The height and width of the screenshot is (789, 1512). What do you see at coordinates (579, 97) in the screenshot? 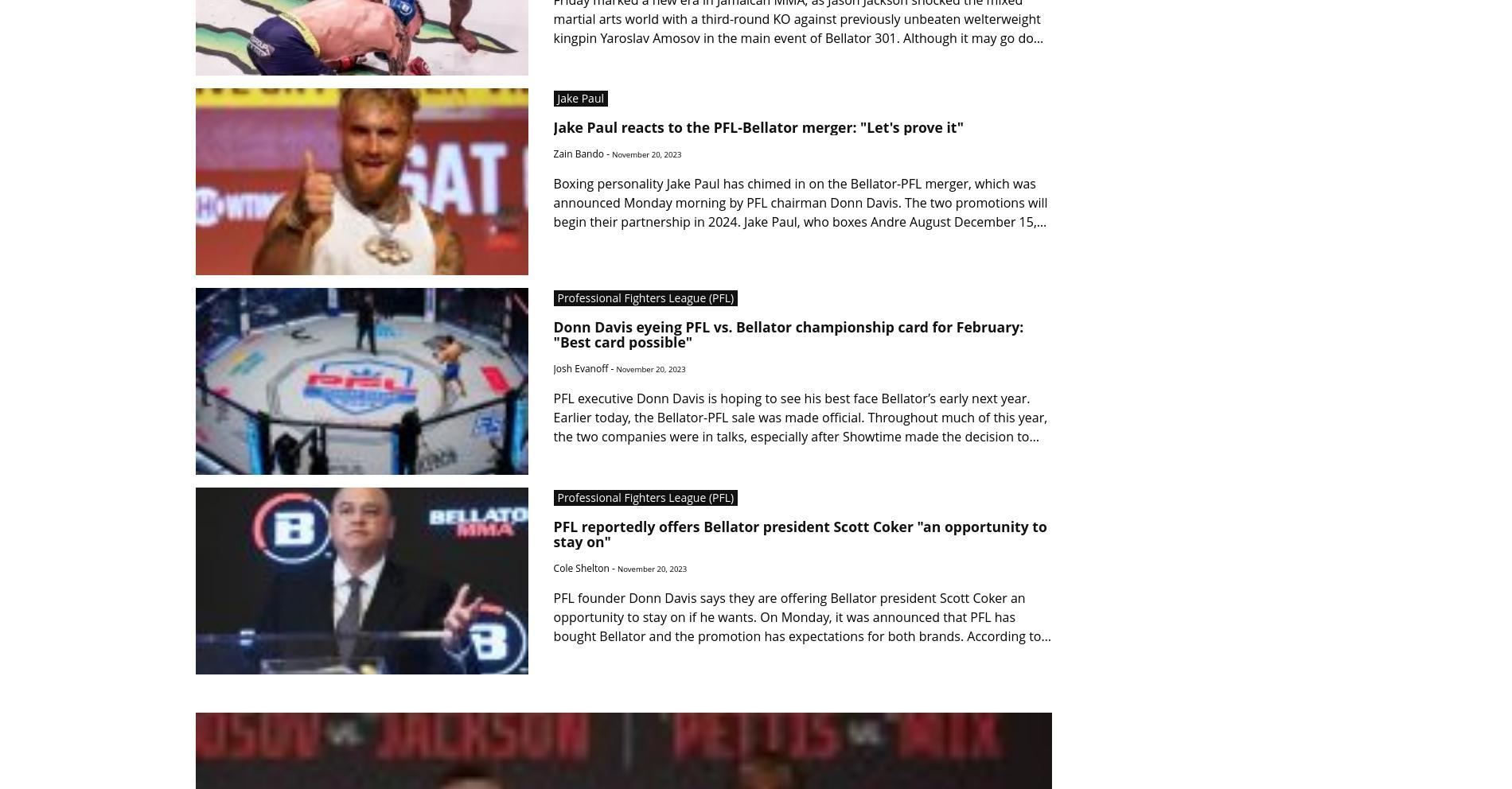
I see `'Jake Paul'` at bounding box center [579, 97].